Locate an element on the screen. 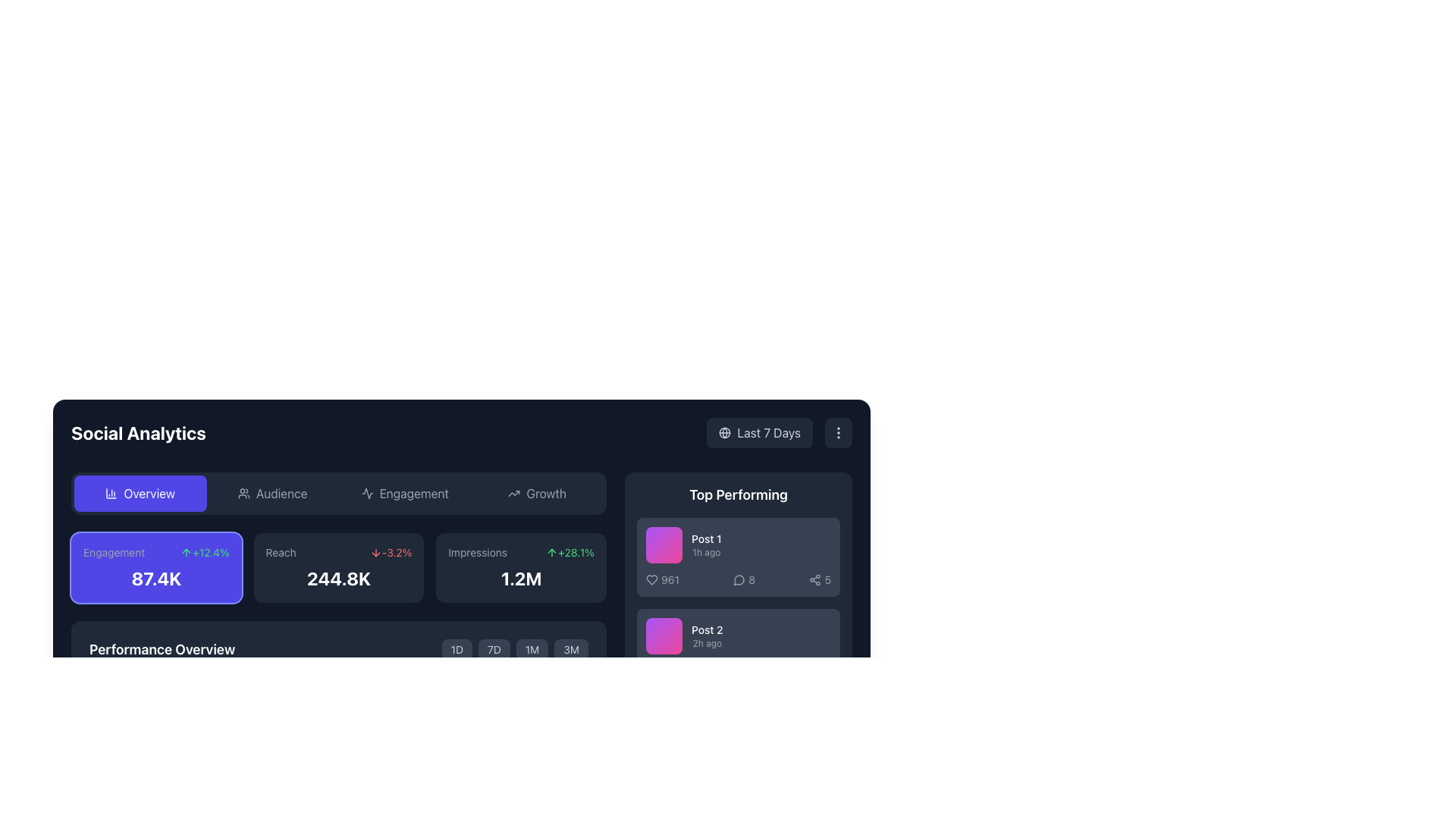  the navigation menu located centrally in the analytics dashboard to switch between different sections like Engagement or Audience statistics is located at coordinates (337, 494).